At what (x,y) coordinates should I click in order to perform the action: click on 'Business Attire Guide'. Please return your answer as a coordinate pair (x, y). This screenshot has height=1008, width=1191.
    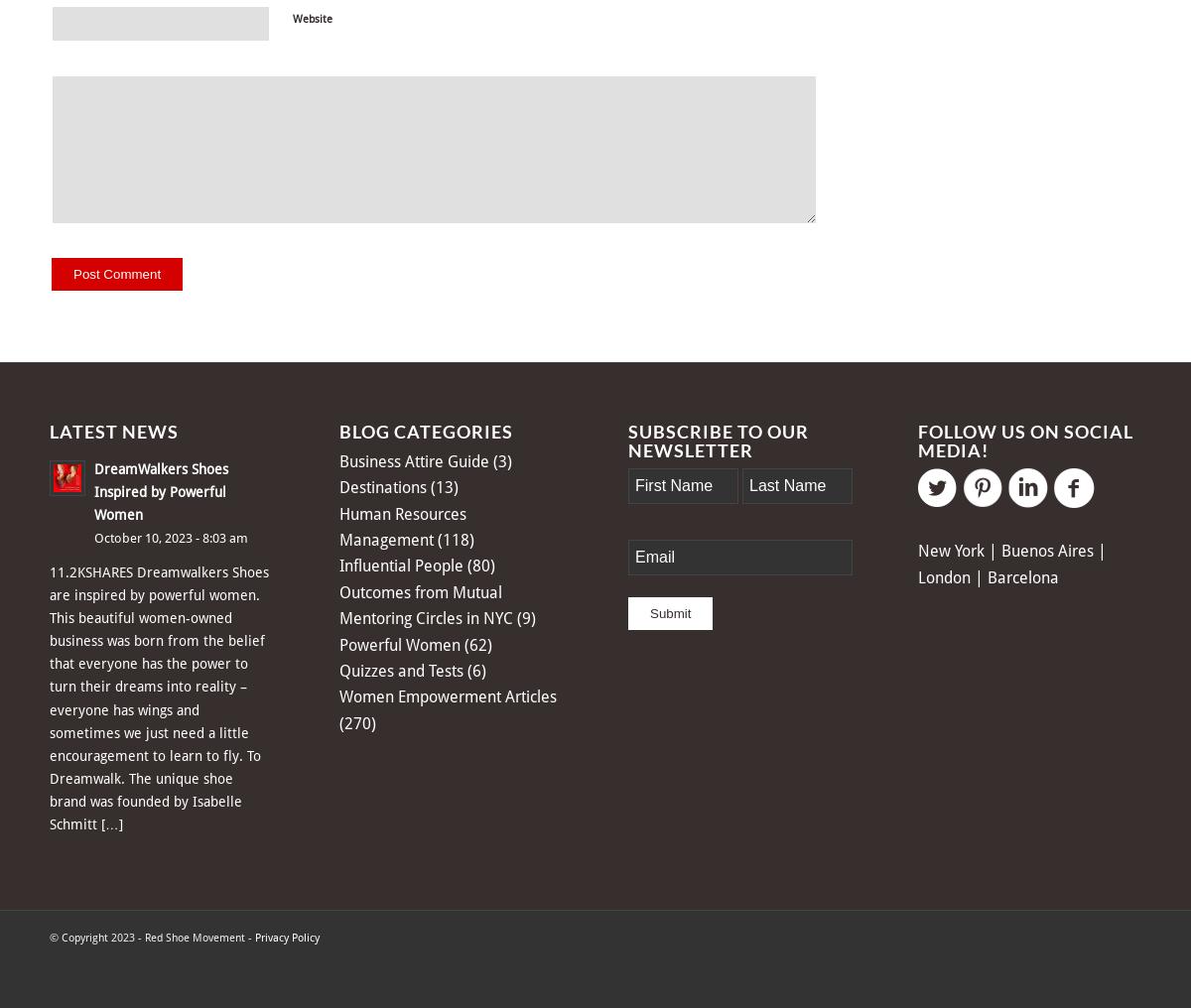
    Looking at the image, I should click on (338, 460).